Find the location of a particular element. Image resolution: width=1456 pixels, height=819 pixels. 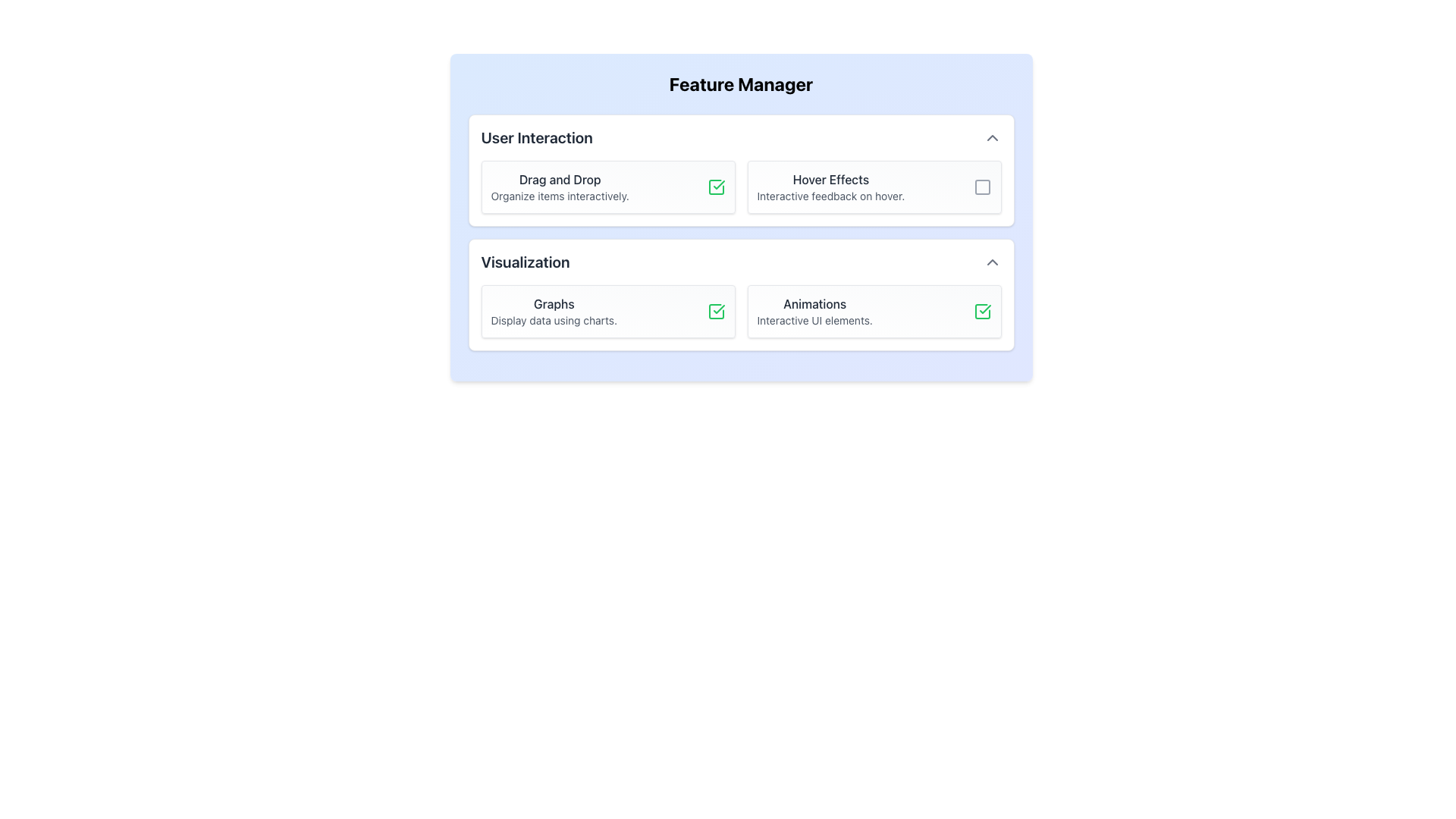

the text label reading 'Animations' which is situated in the lower section of the layout under the 'Visualization' category is located at coordinates (814, 304).